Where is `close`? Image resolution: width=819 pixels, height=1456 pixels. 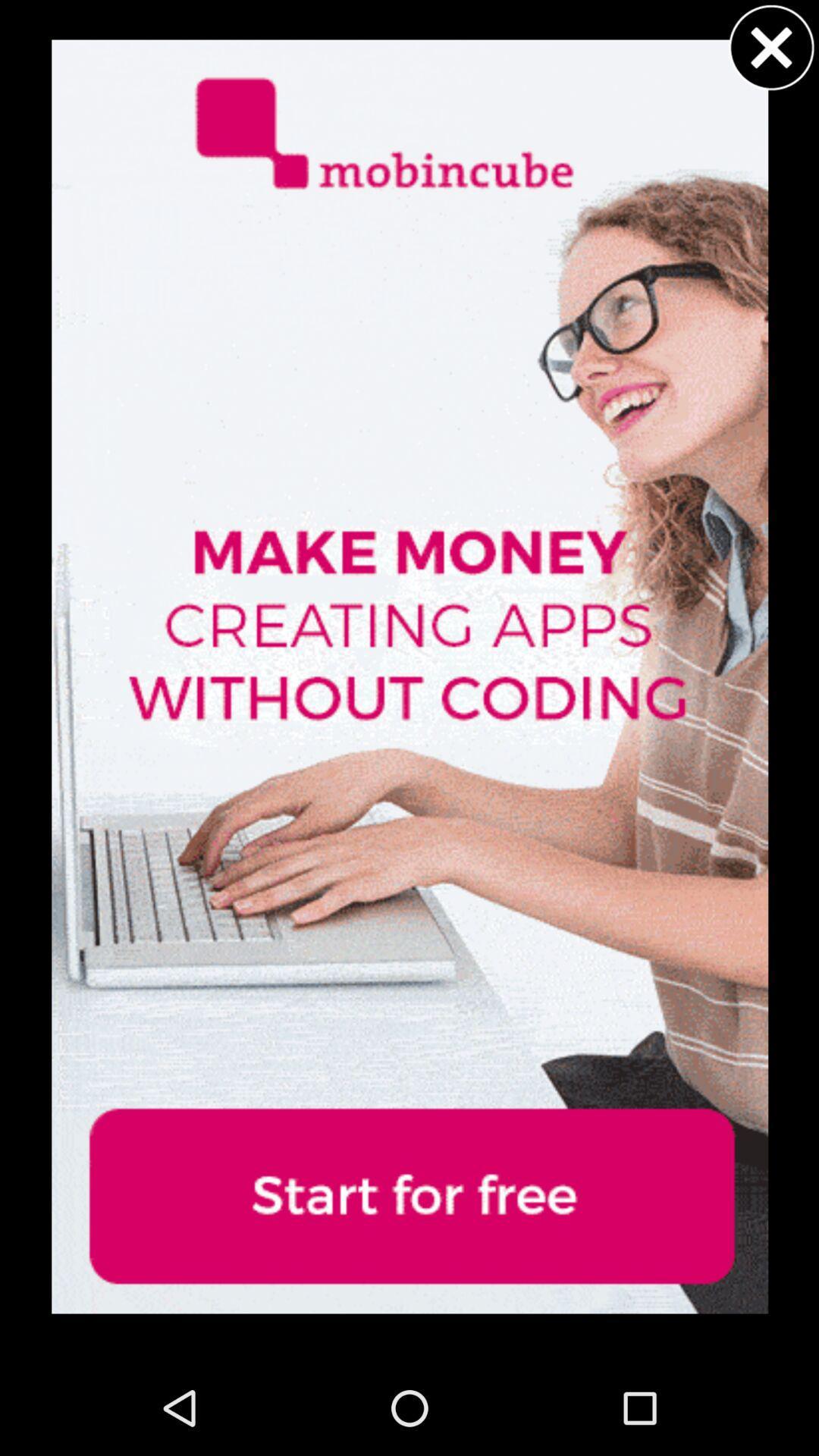 close is located at coordinates (771, 47).